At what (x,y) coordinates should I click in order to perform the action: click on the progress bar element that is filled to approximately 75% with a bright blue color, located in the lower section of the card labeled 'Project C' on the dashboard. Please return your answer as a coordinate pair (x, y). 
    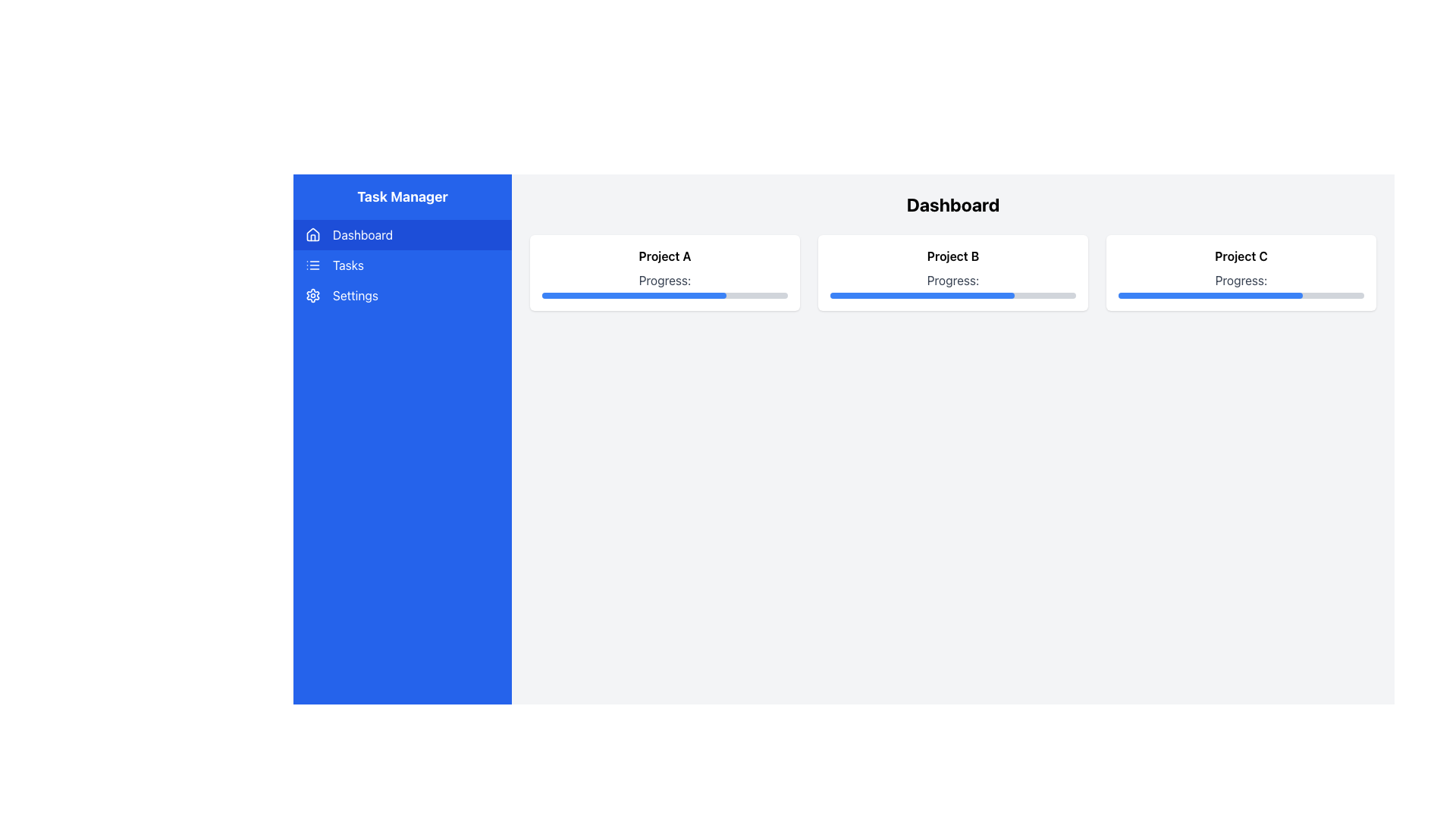
    Looking at the image, I should click on (1210, 295).